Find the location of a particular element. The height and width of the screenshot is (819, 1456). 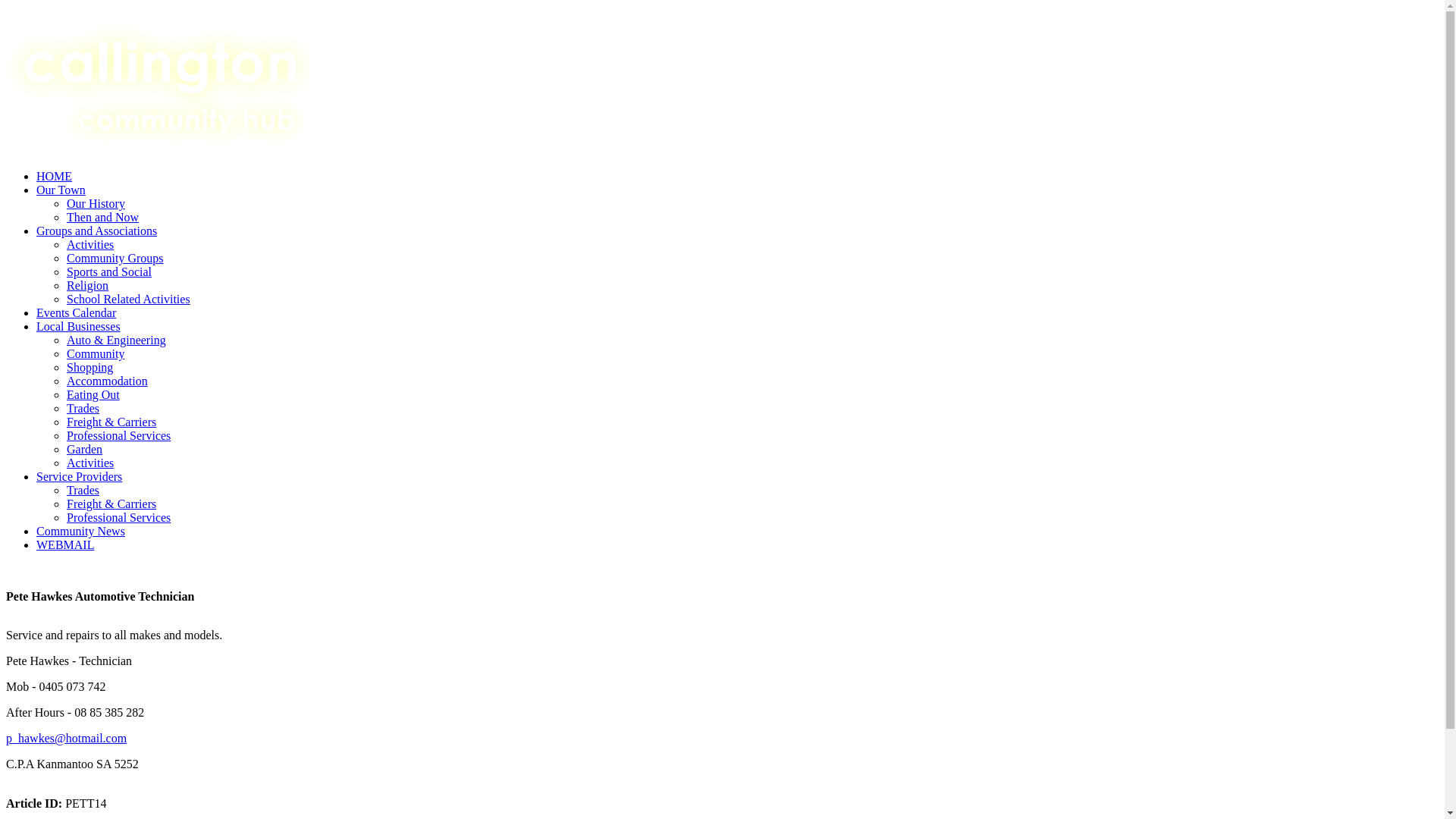

'Trades' is located at coordinates (82, 407).